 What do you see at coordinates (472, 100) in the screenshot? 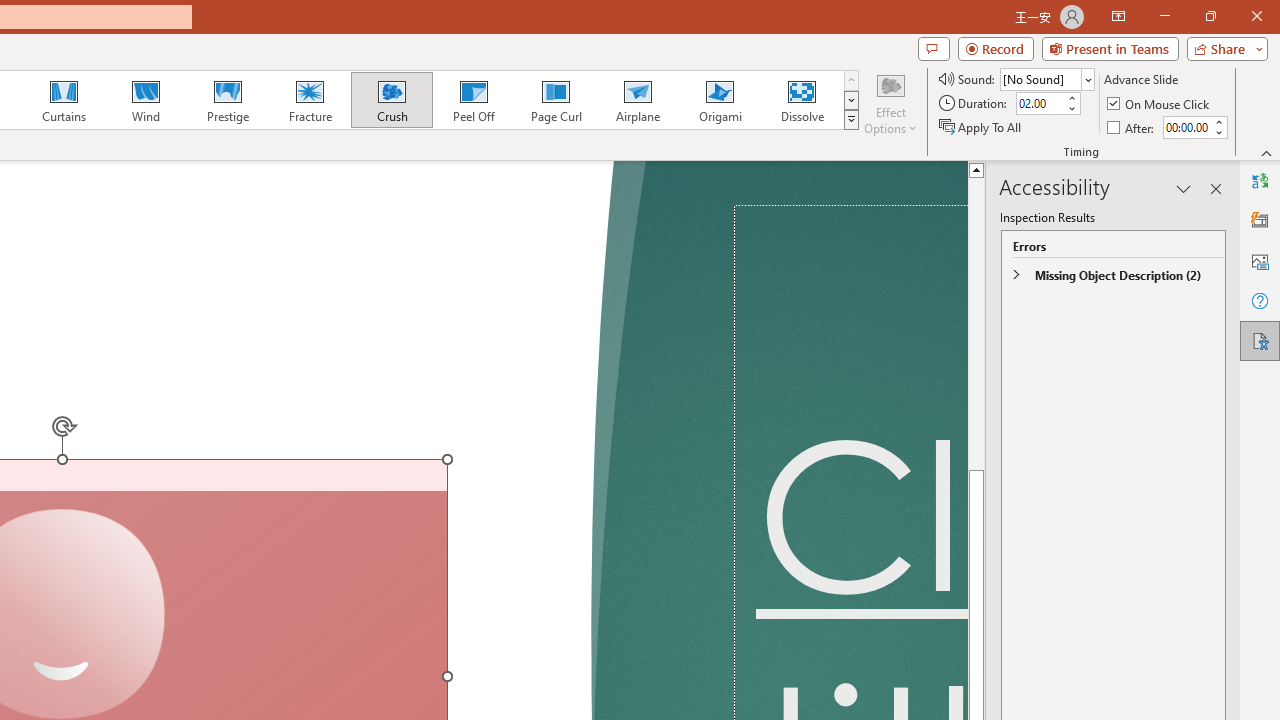
I see `'Peel Off'` at bounding box center [472, 100].